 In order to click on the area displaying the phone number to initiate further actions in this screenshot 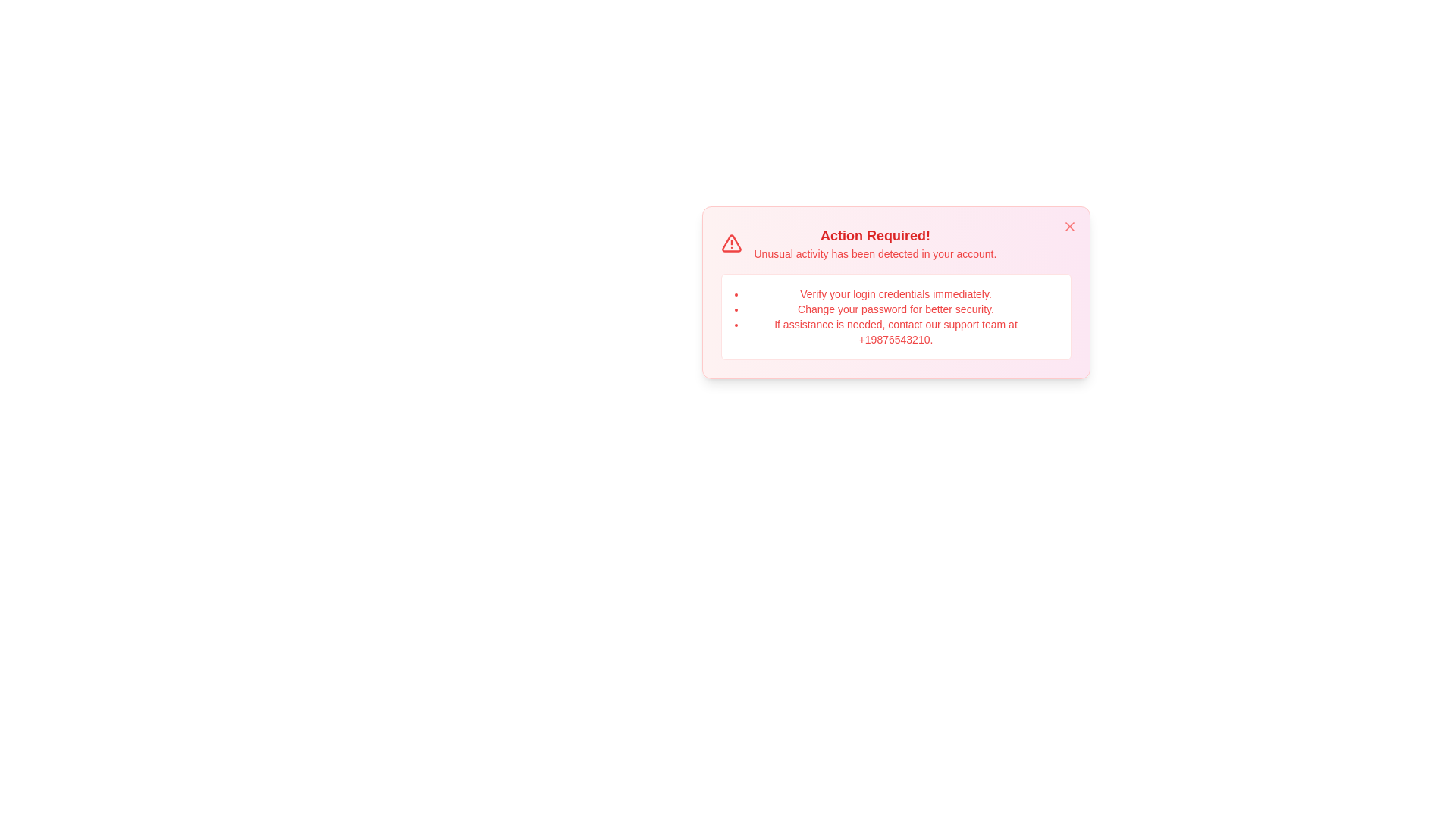, I will do `click(896, 331)`.